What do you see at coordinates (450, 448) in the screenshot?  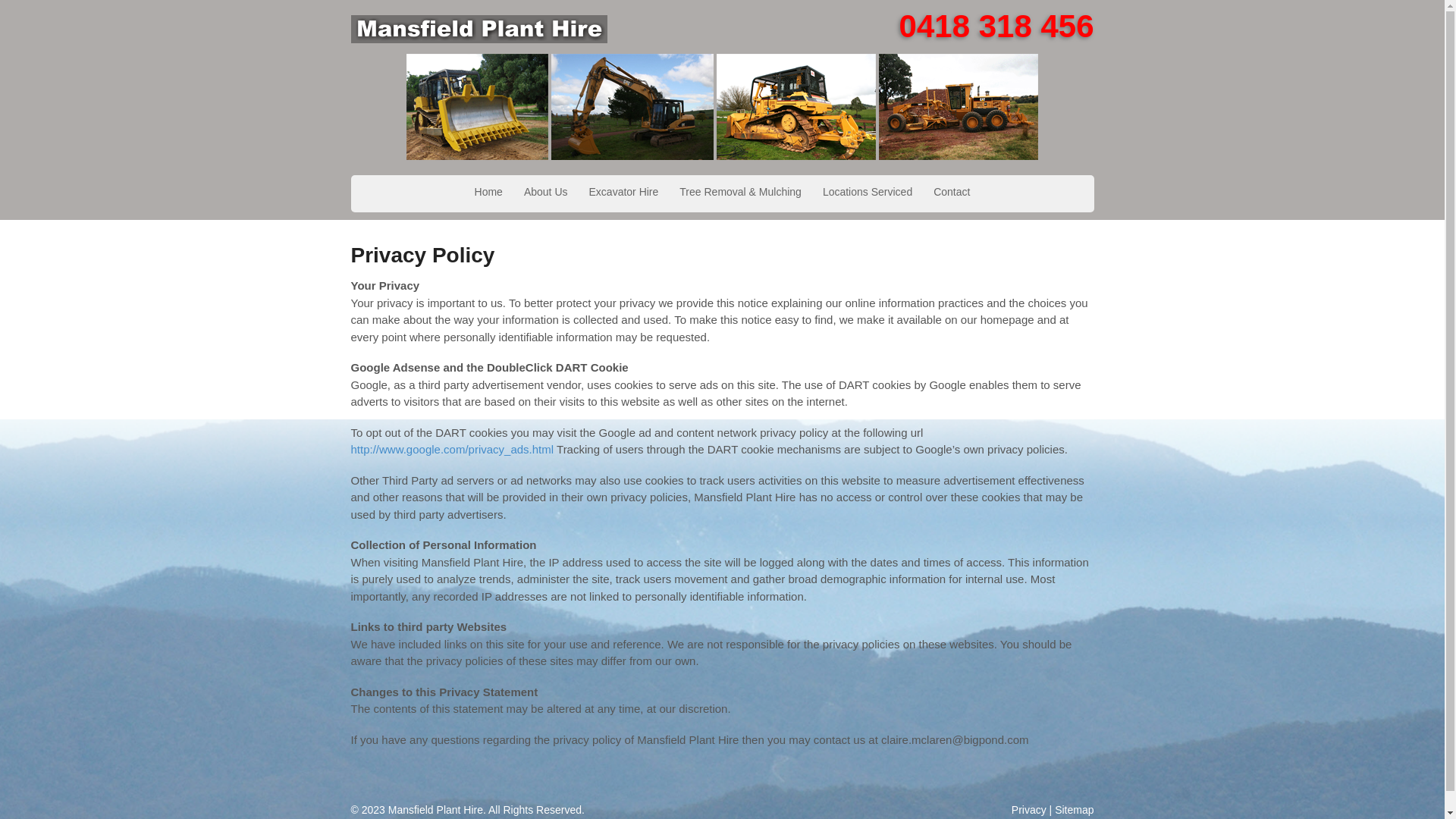 I see `'http://www.google.com/privacy_ads.html'` at bounding box center [450, 448].